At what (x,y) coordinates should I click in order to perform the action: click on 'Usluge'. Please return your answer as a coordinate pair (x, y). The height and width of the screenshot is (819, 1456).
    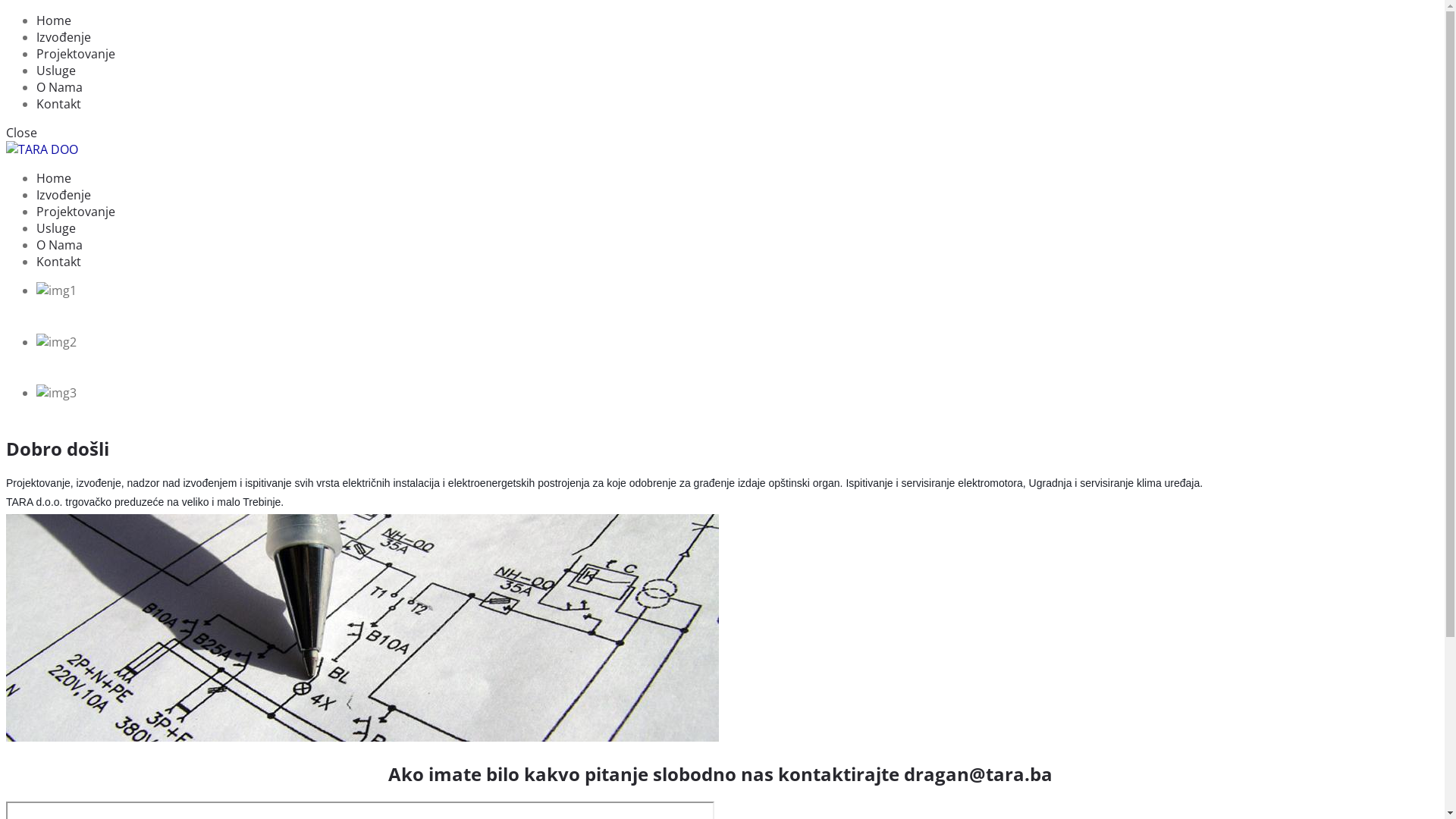
    Looking at the image, I should click on (55, 70).